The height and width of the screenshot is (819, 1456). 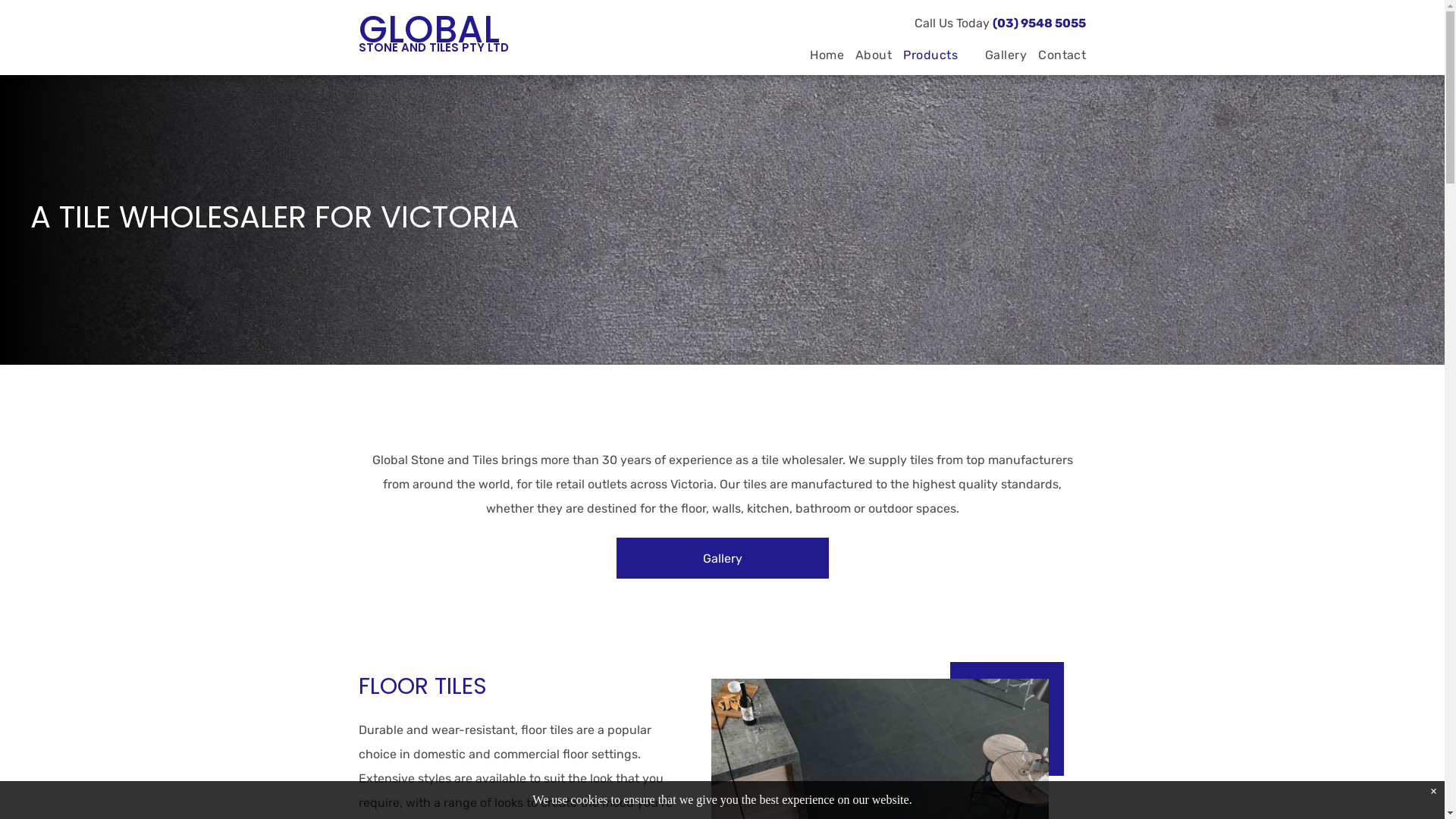 I want to click on 'About', so click(x=868, y=55).